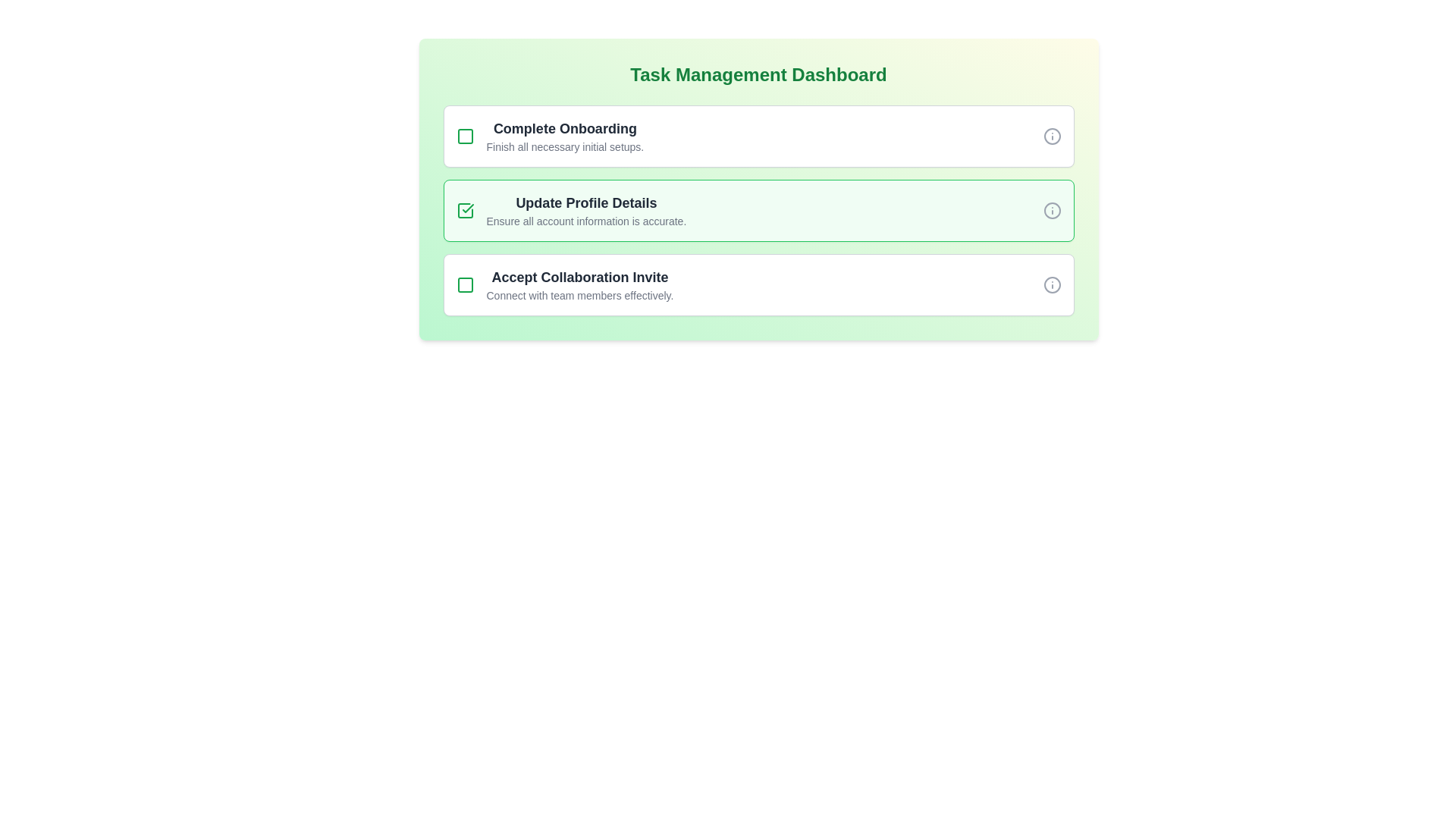 This screenshot has width=1456, height=819. What do you see at coordinates (1051, 210) in the screenshot?
I see `the circular Information icon with an 'i' symbol inside, located at the far right of the 'Update Profile Details' task row` at bounding box center [1051, 210].